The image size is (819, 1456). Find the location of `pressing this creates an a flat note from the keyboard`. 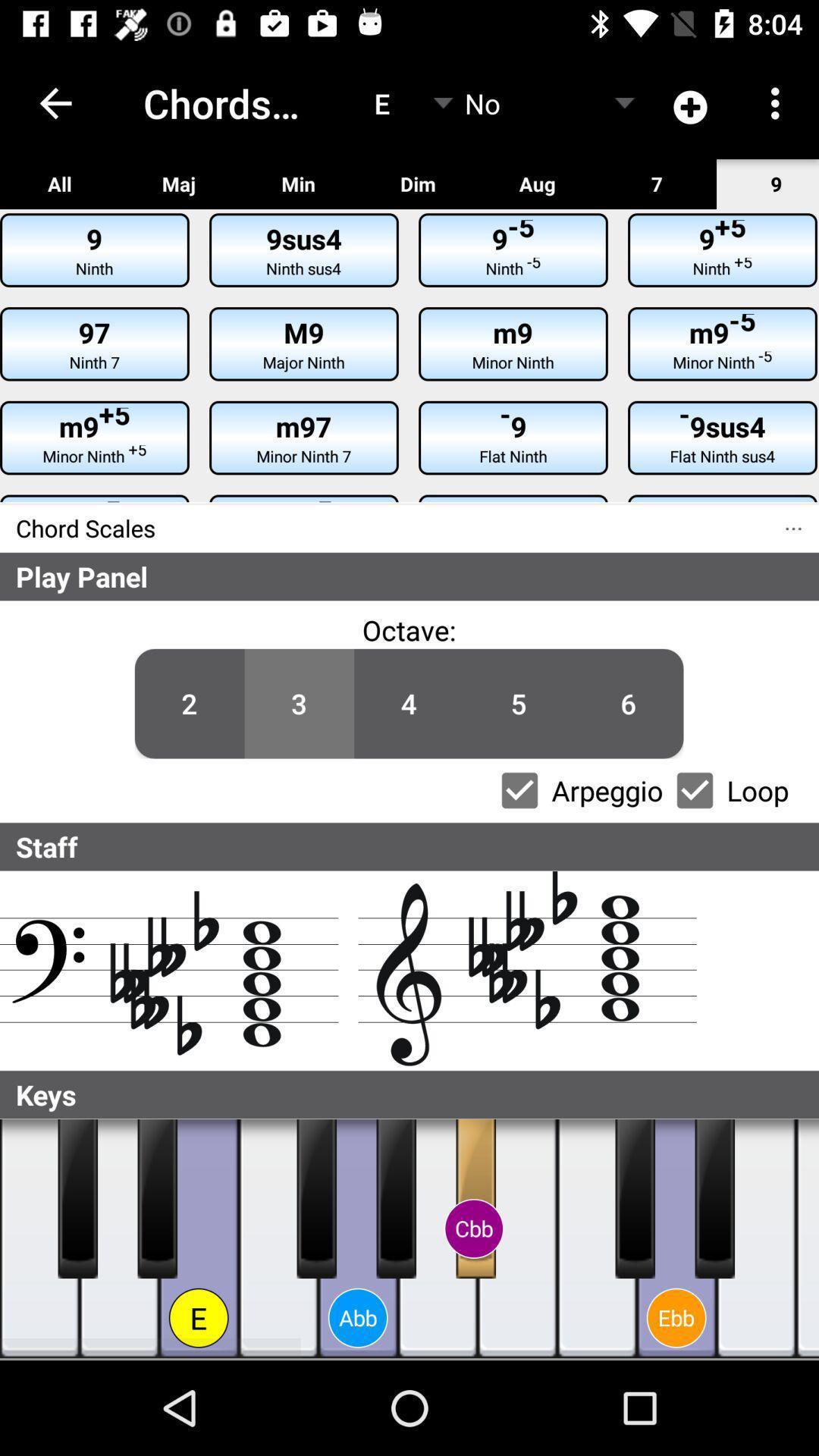

pressing this creates an a flat note from the keyboard is located at coordinates (358, 1238).